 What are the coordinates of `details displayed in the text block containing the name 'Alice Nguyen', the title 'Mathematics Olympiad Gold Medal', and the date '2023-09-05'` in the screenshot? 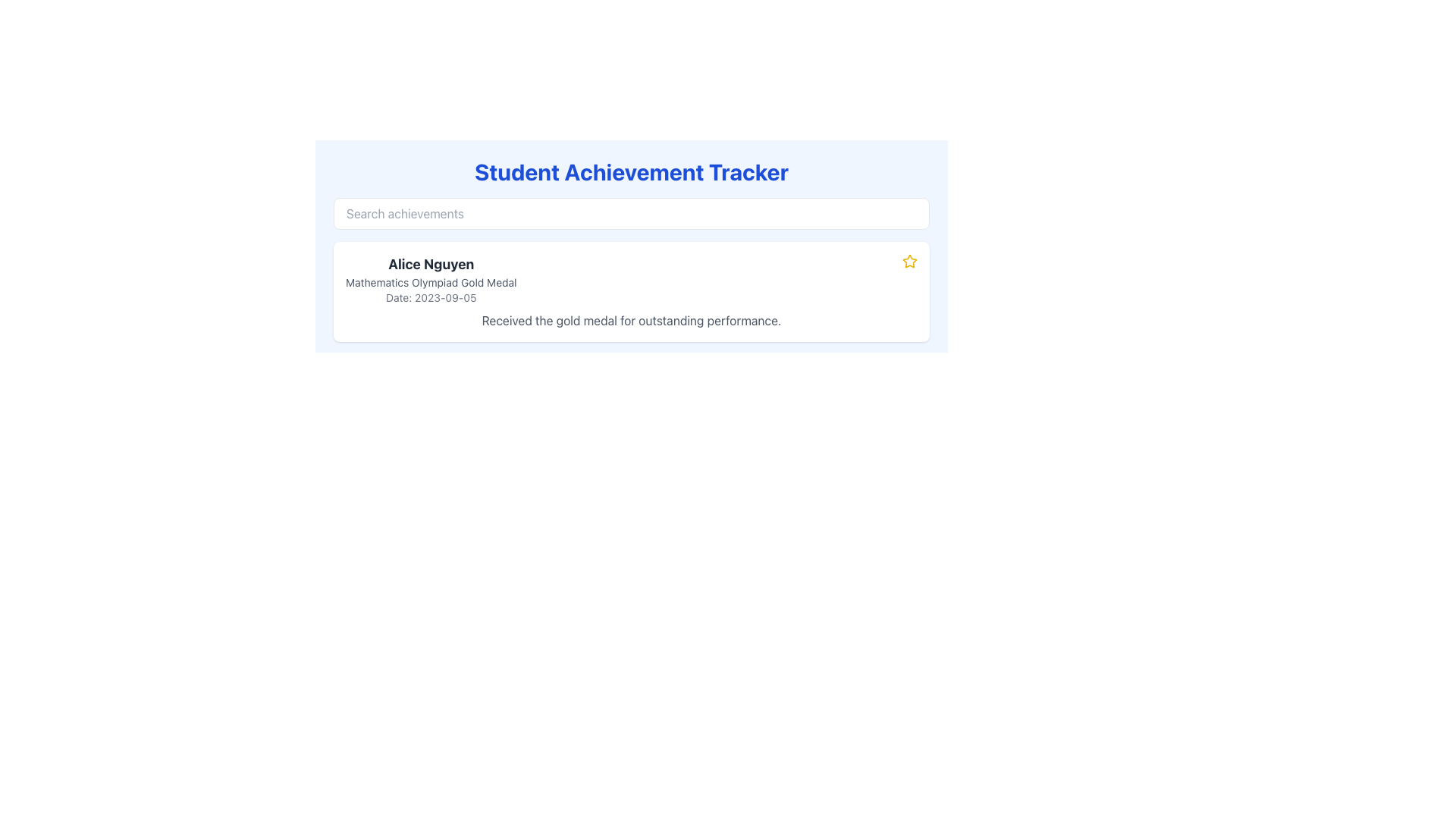 It's located at (430, 280).